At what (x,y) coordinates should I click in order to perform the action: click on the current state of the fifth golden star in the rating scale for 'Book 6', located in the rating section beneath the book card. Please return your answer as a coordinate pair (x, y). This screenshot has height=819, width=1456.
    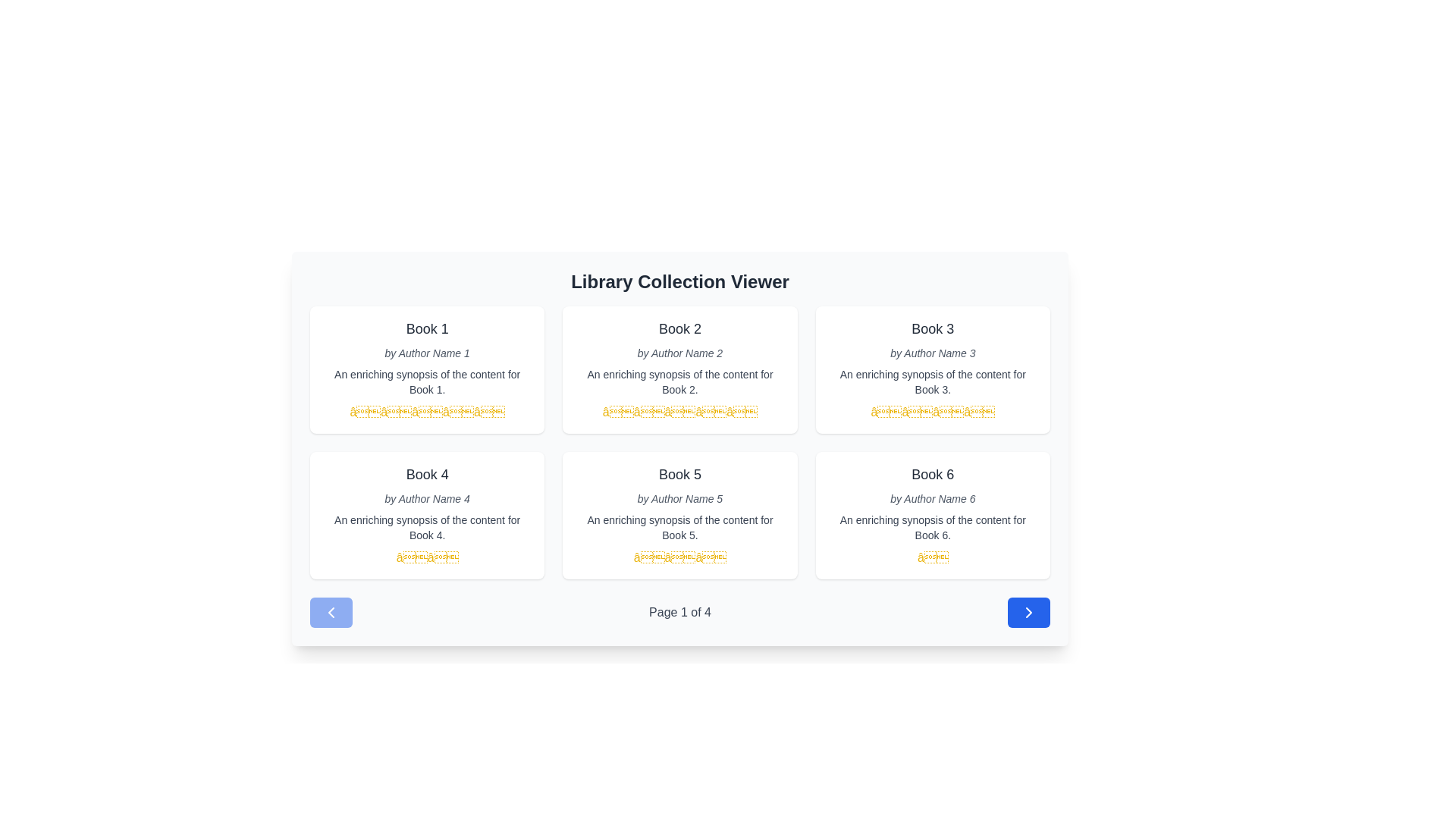
    Looking at the image, I should click on (932, 557).